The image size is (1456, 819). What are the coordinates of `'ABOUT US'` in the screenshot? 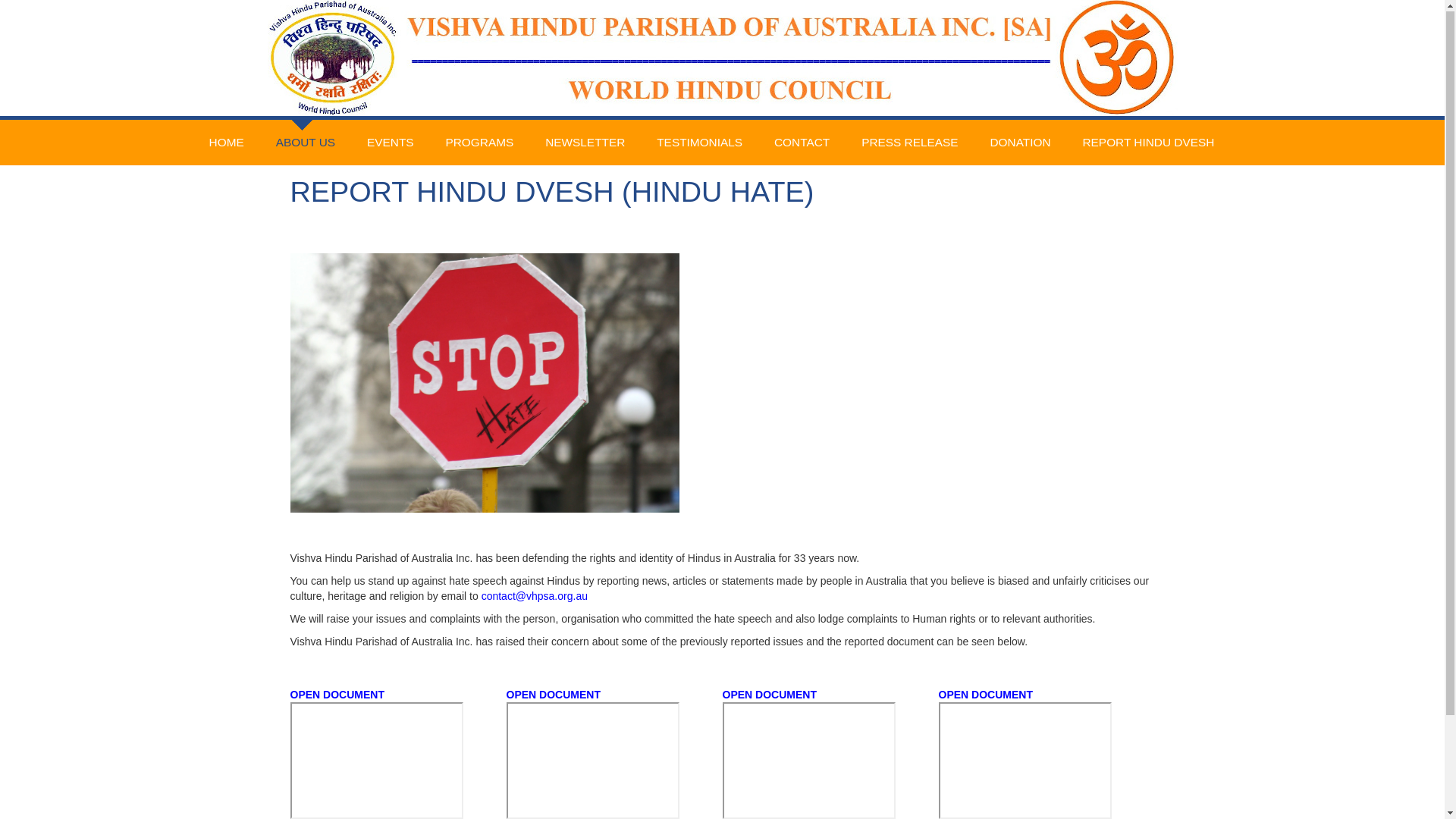 It's located at (305, 127).